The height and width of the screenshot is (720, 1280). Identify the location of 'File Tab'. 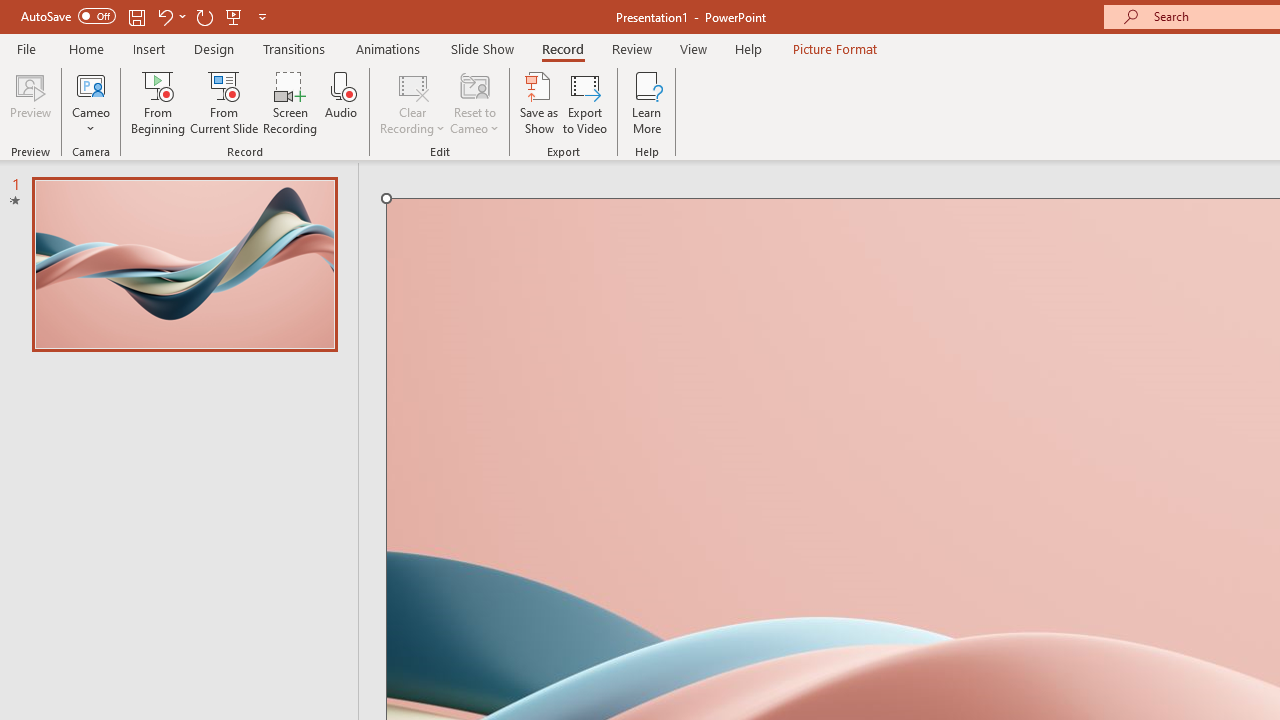
(26, 47).